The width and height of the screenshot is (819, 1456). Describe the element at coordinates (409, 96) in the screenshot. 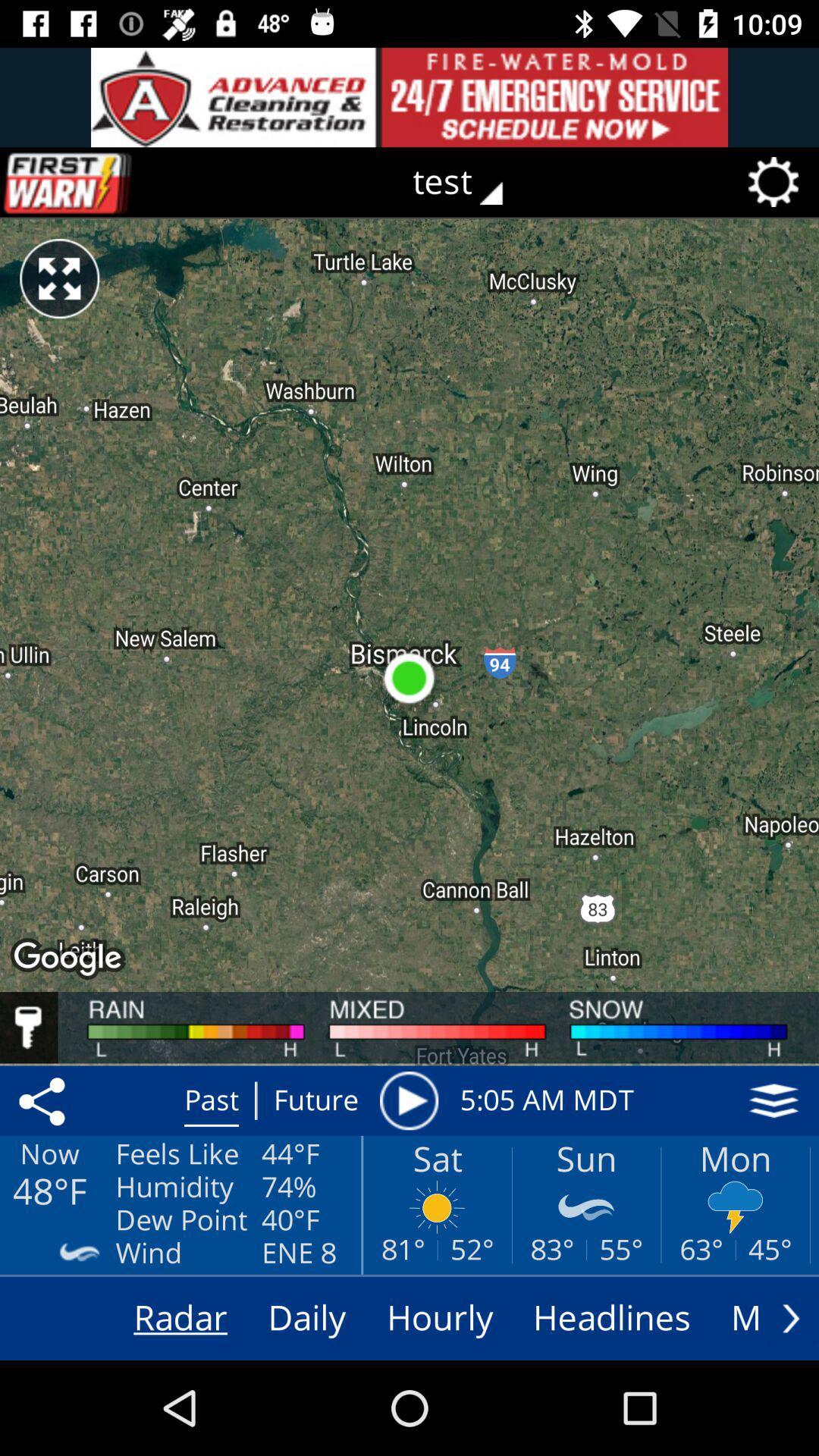

I see `advertisement` at that location.